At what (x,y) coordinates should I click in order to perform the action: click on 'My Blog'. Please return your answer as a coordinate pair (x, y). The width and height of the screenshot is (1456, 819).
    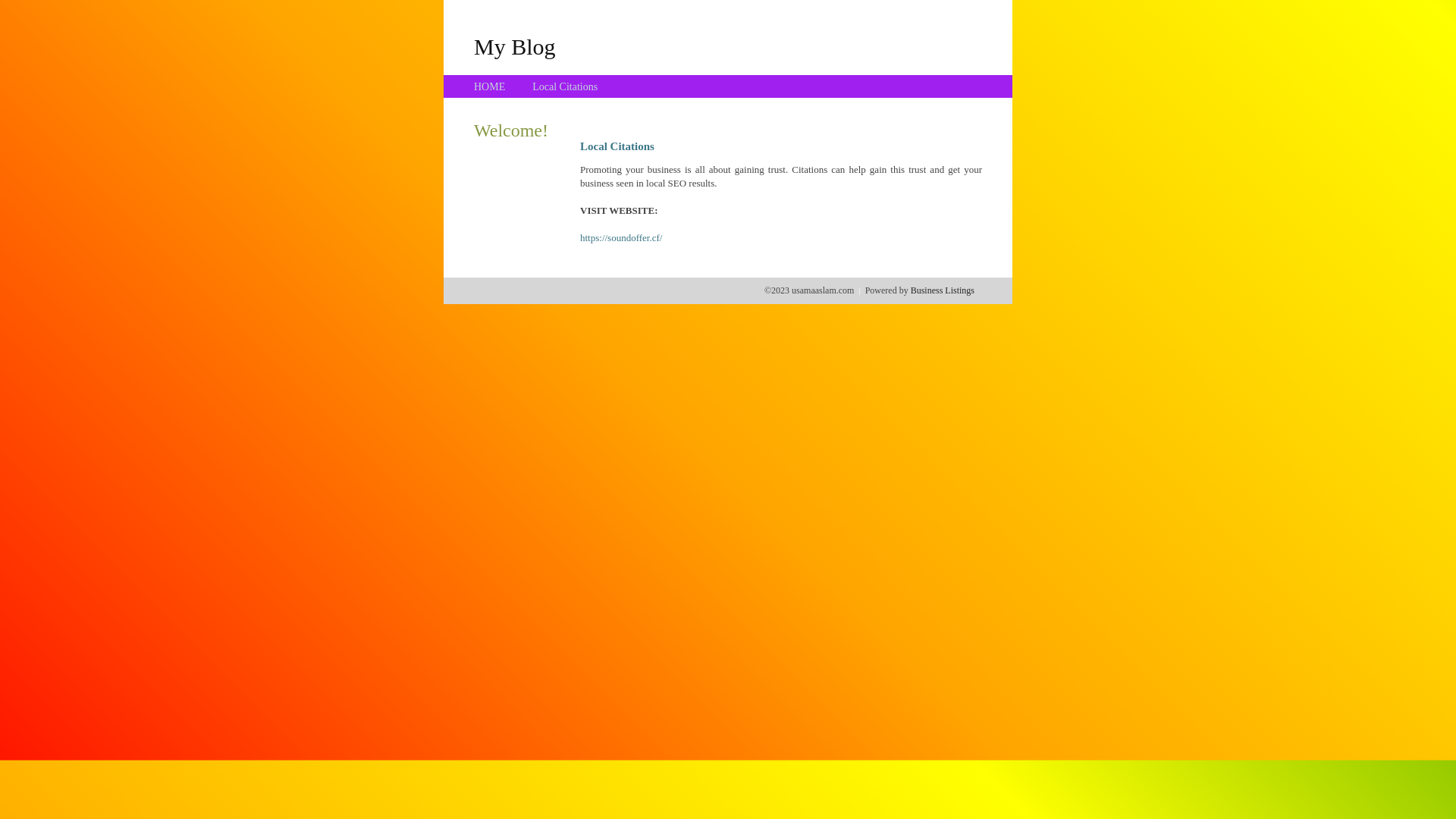
    Looking at the image, I should click on (514, 45).